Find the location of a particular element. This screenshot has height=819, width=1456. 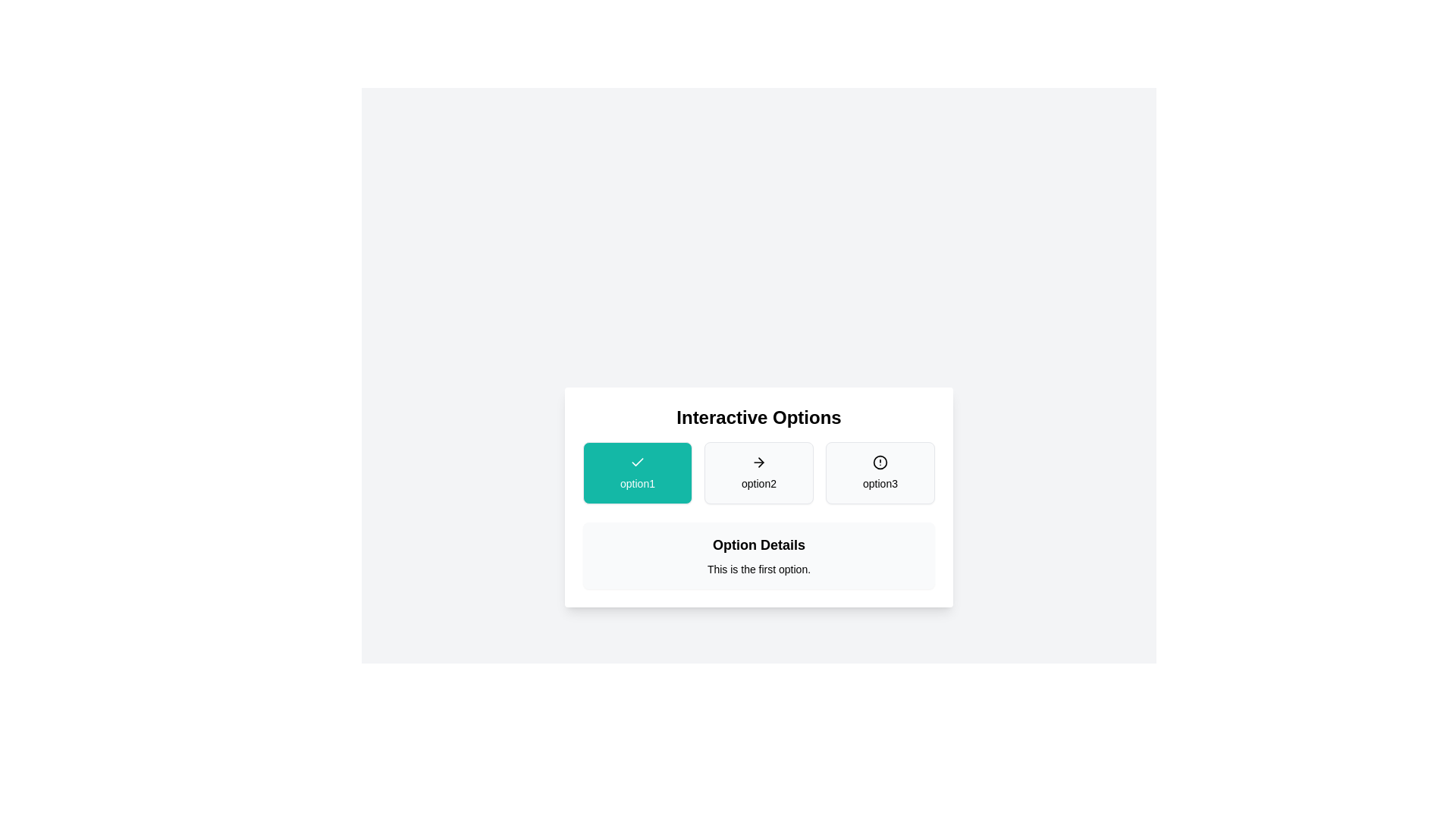

the interactive options selector labeled 'Interactive Options' which includes 'option1', 'option2', and 'option3' is located at coordinates (759, 497).